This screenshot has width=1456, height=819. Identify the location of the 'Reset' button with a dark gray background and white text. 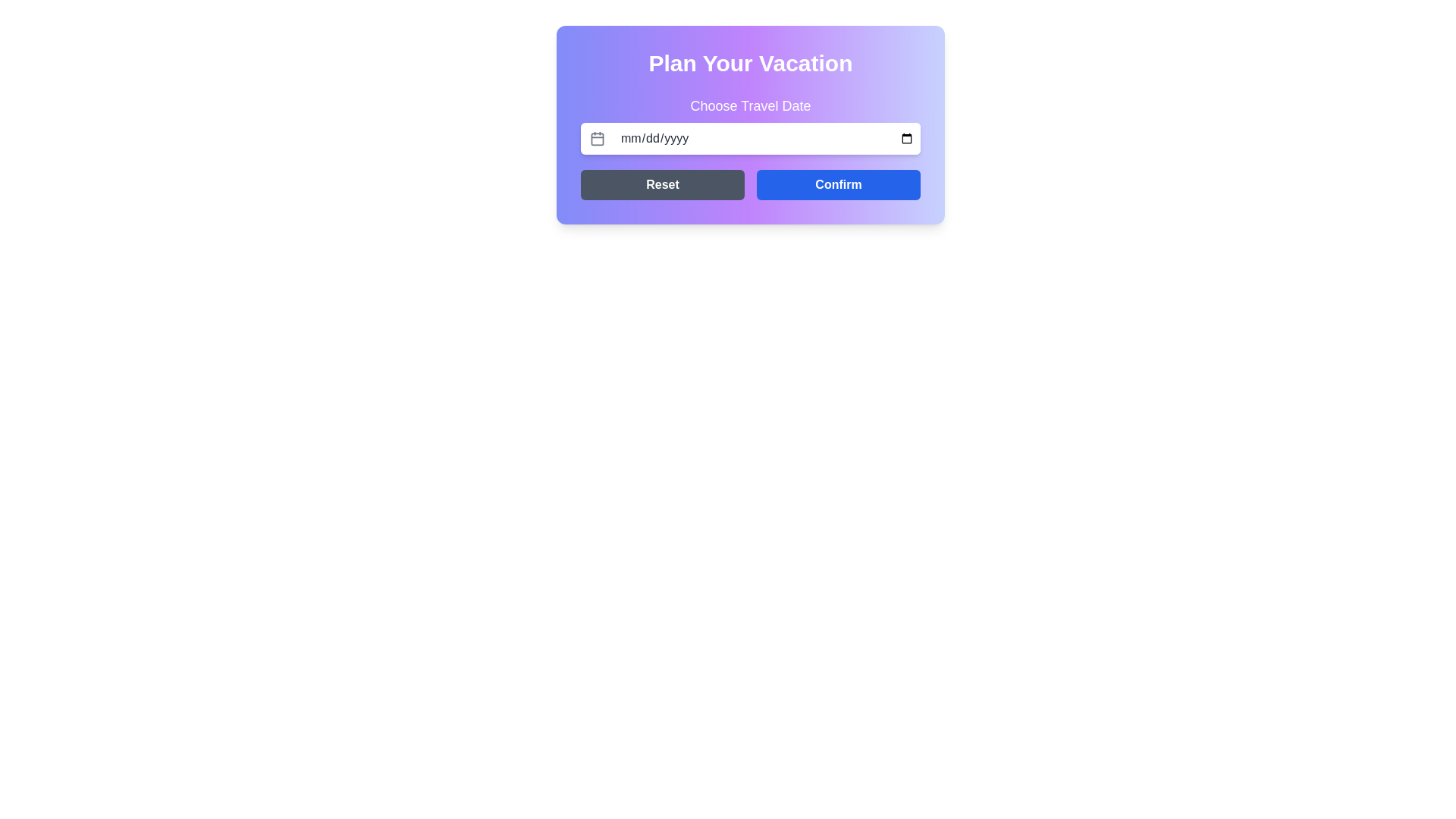
(662, 184).